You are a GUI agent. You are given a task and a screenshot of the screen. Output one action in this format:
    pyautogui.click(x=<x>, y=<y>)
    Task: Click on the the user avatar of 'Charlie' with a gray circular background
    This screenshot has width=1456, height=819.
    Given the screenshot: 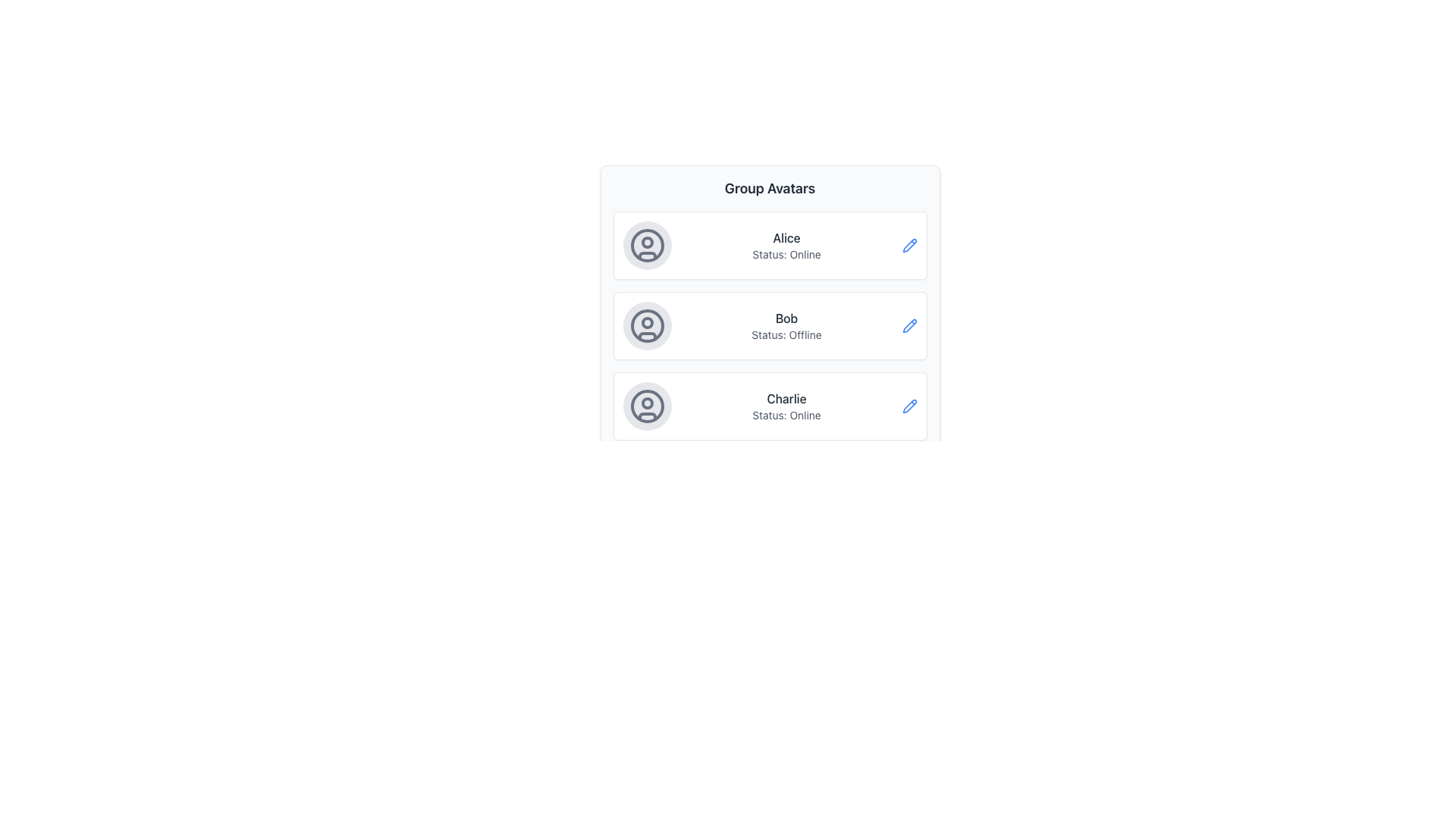 What is the action you would take?
    pyautogui.click(x=647, y=406)
    